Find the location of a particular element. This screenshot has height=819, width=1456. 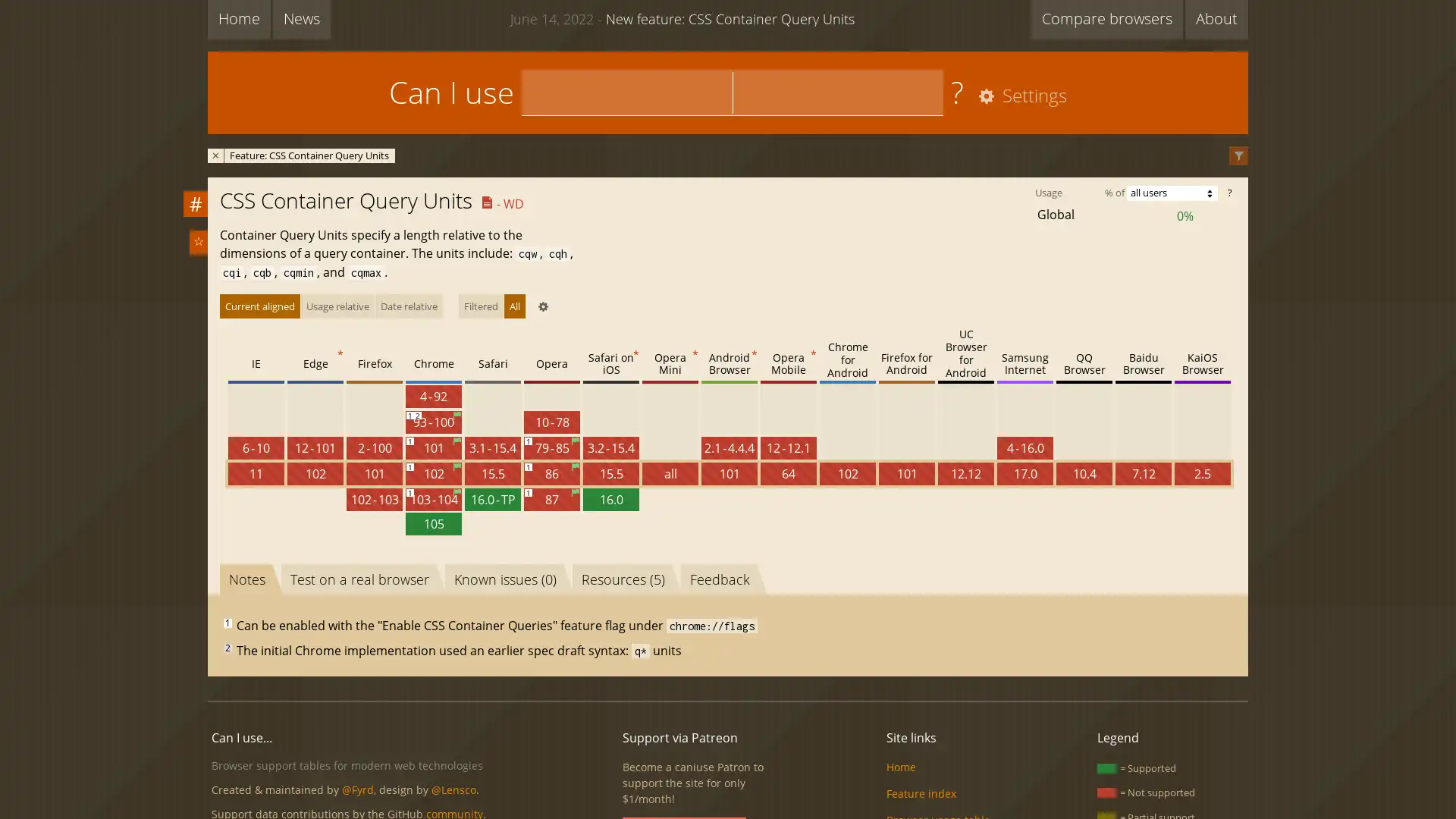

Filter is located at coordinates (1238, 155).